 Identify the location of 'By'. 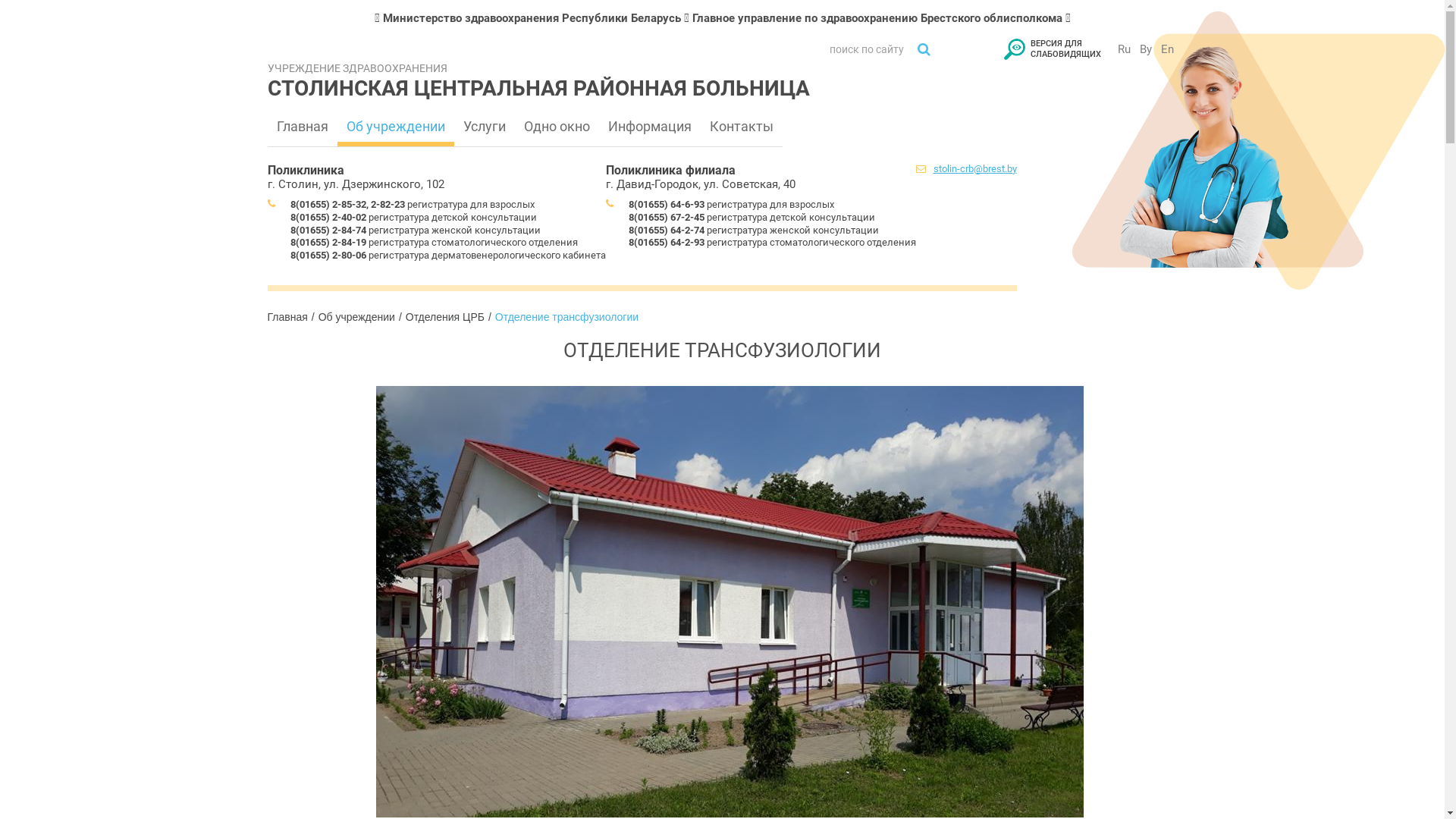
(1146, 49).